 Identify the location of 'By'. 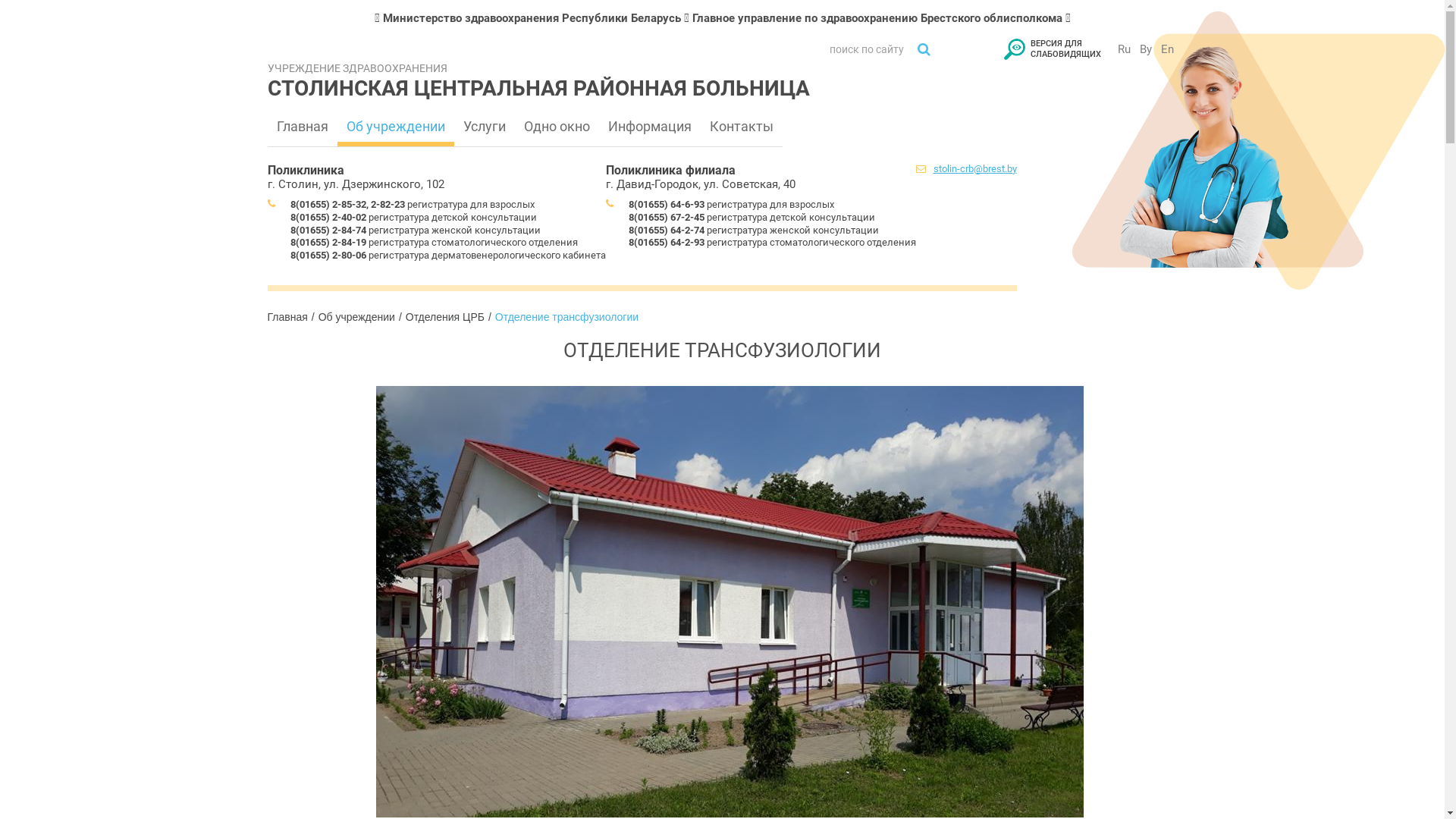
(1146, 49).